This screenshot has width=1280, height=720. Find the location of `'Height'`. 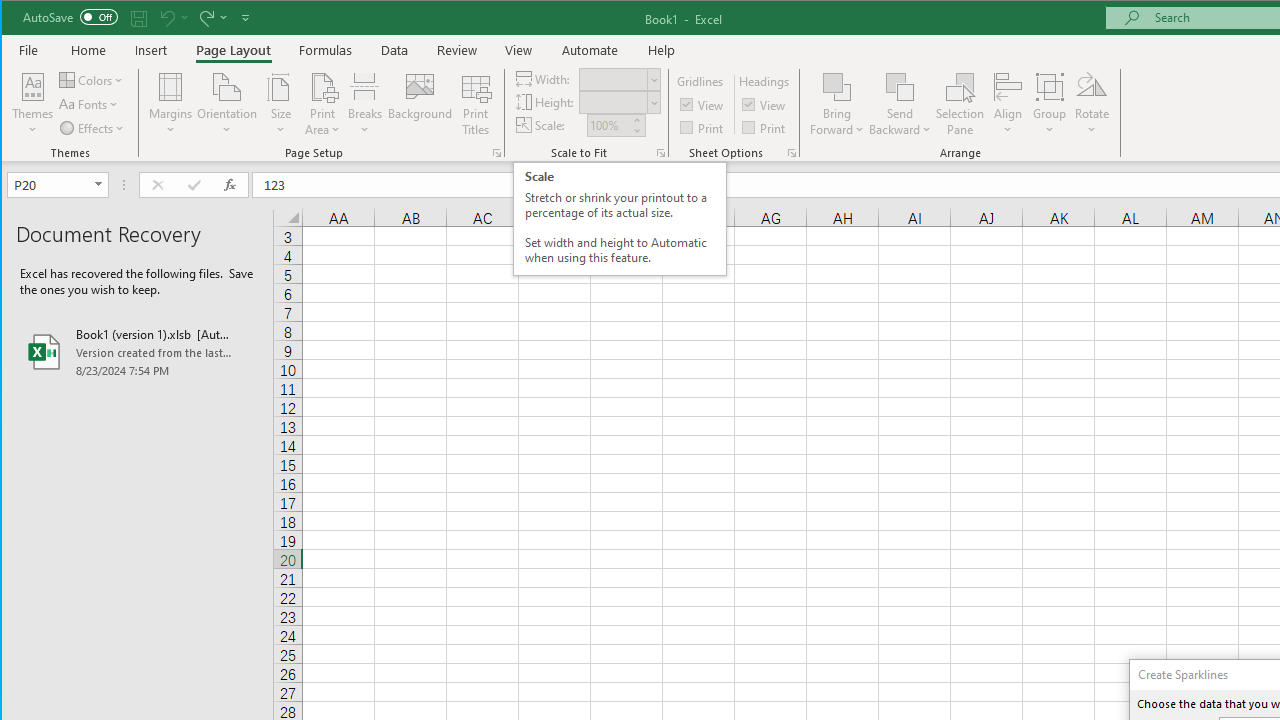

'Height' is located at coordinates (618, 102).